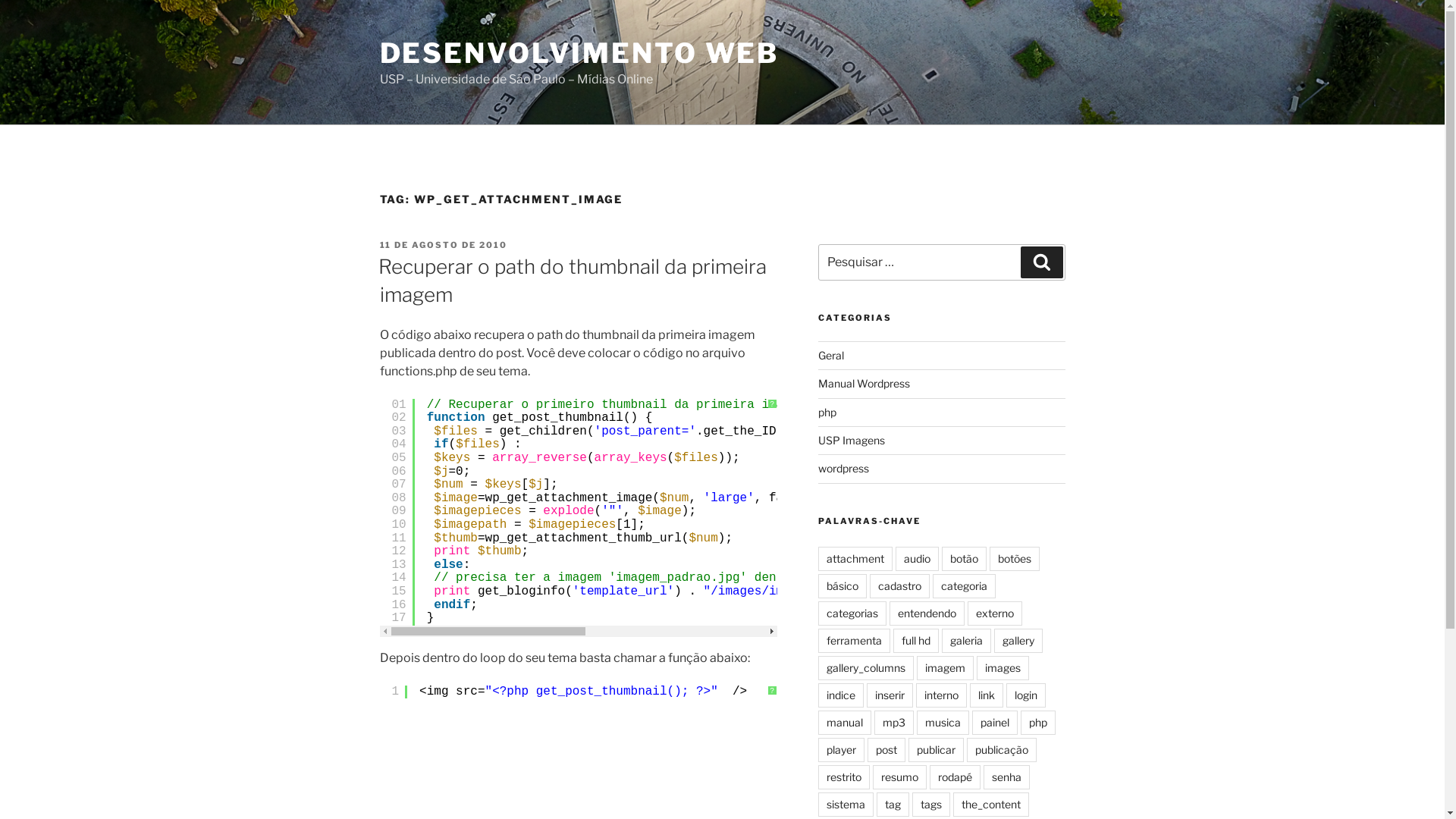  What do you see at coordinates (854, 640) in the screenshot?
I see `'ferramenta'` at bounding box center [854, 640].